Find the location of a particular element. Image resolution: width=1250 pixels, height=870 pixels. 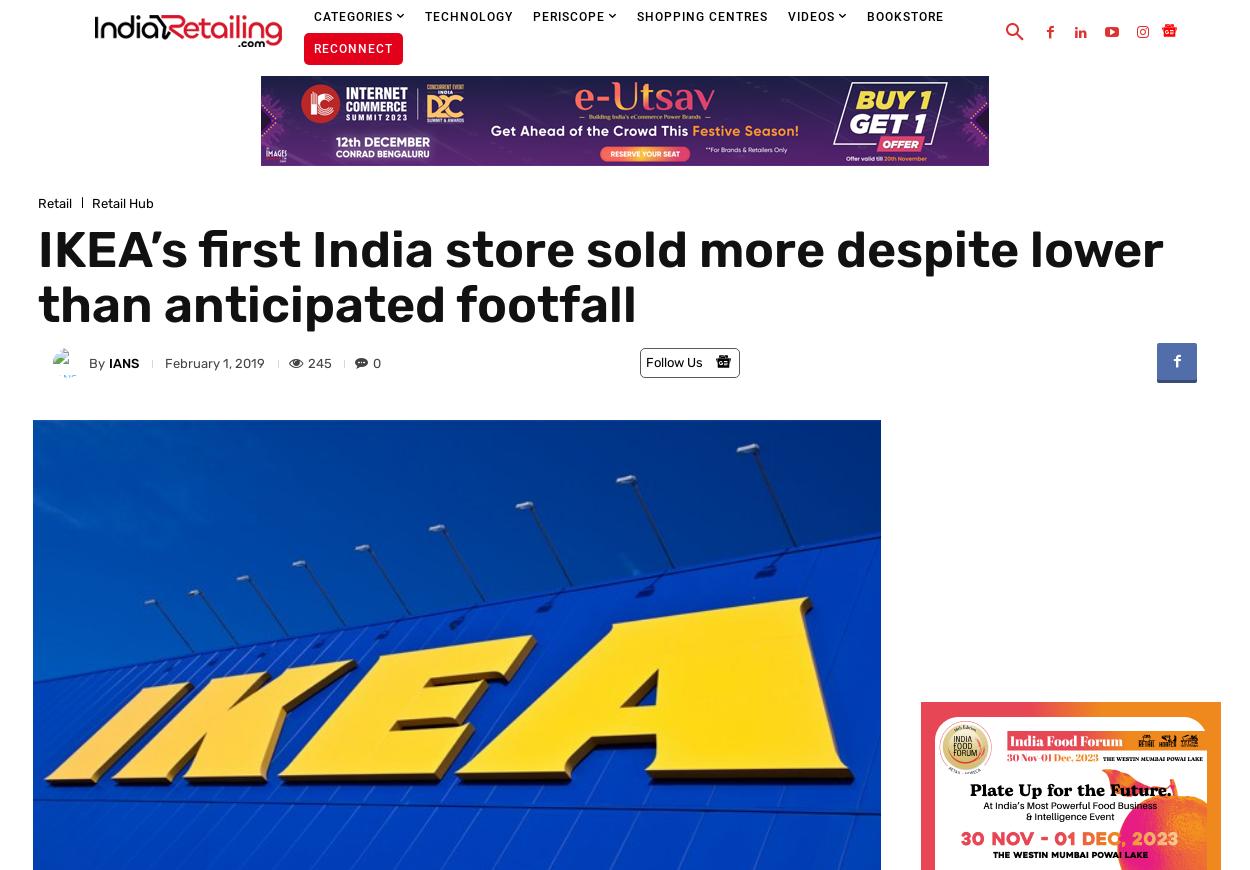

'Shopping Centres' is located at coordinates (637, 15).